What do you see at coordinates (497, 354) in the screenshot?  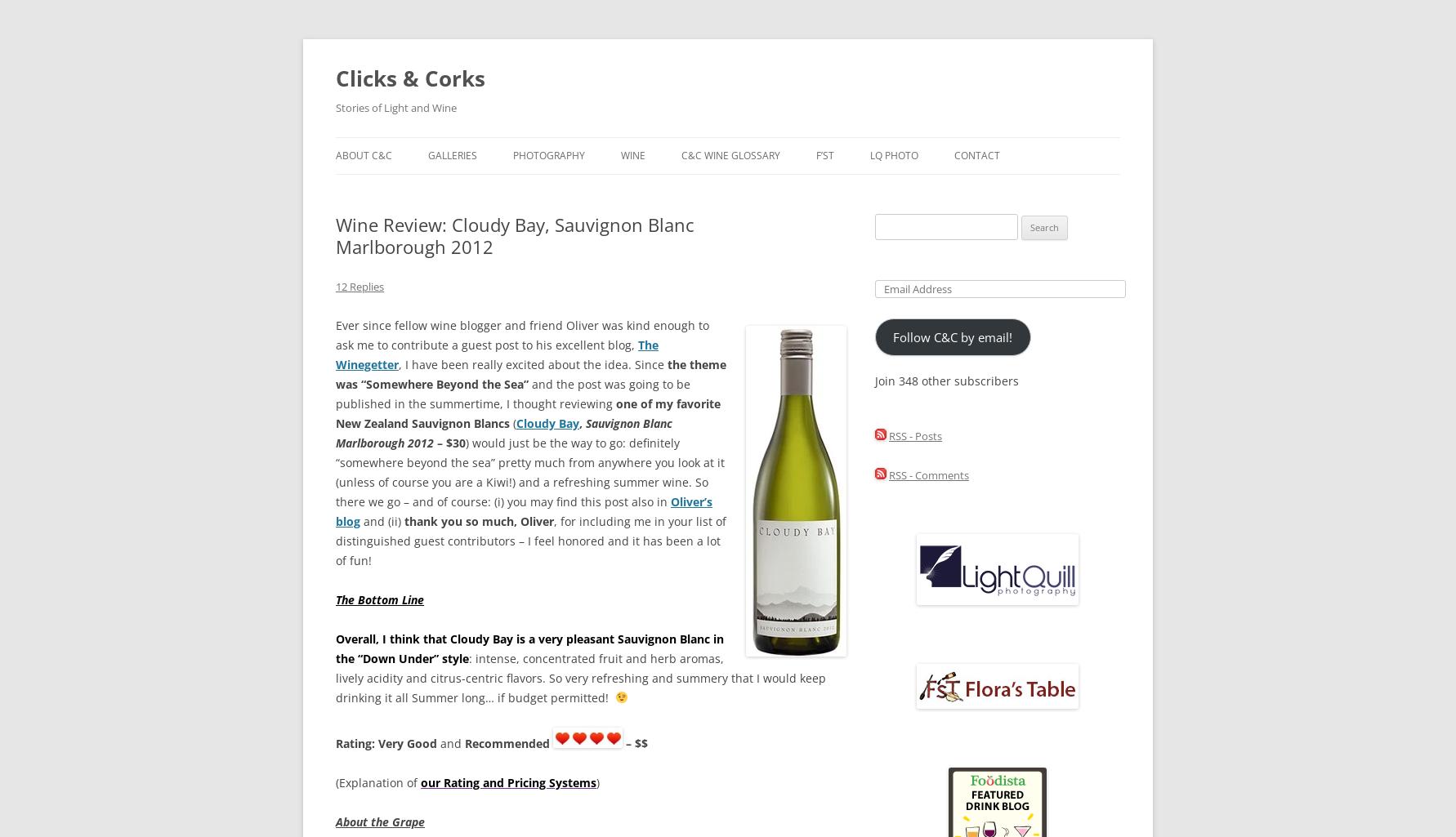 I see `'The Winegetter'` at bounding box center [497, 354].